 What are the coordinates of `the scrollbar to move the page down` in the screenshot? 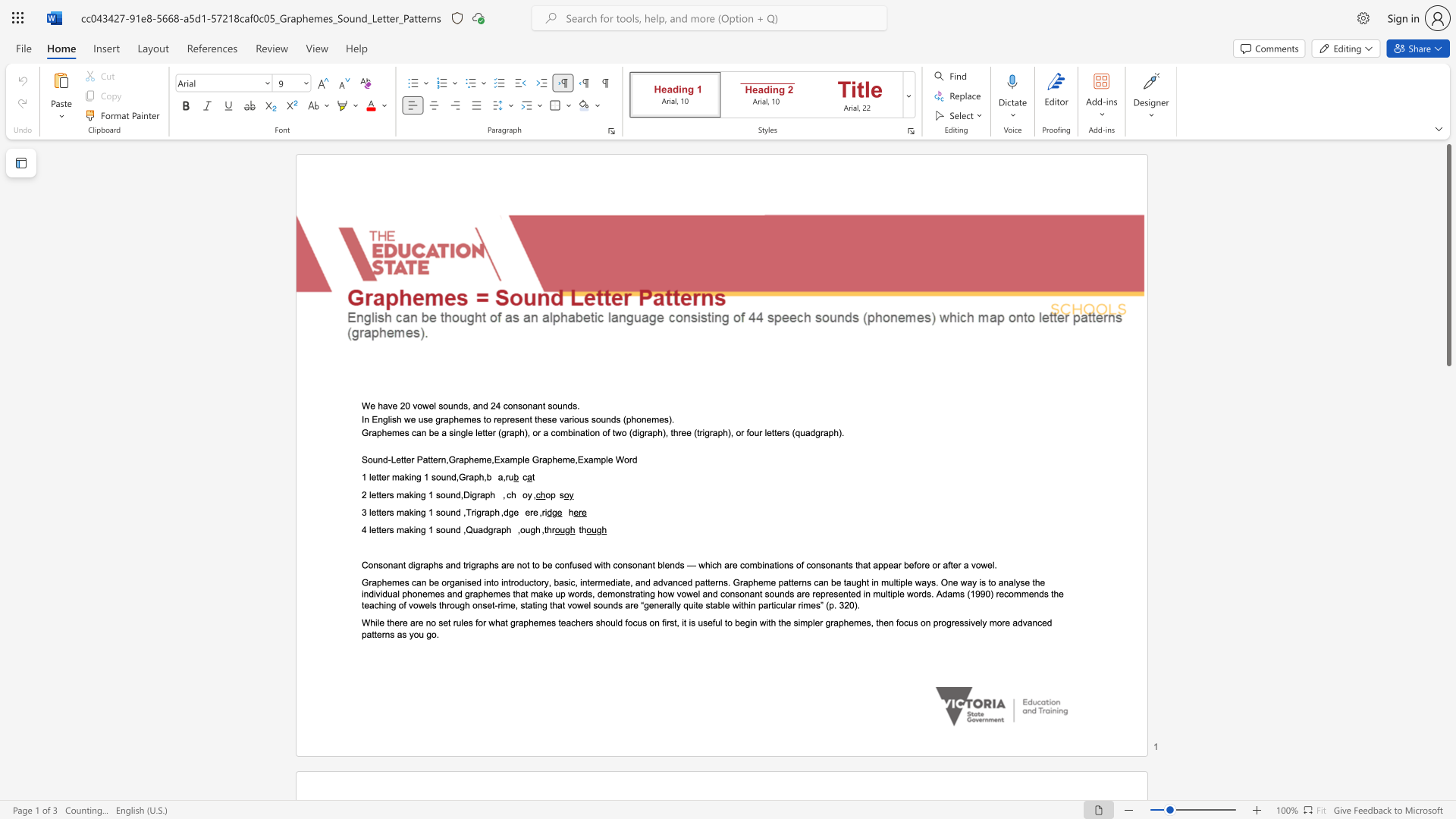 It's located at (1448, 508).